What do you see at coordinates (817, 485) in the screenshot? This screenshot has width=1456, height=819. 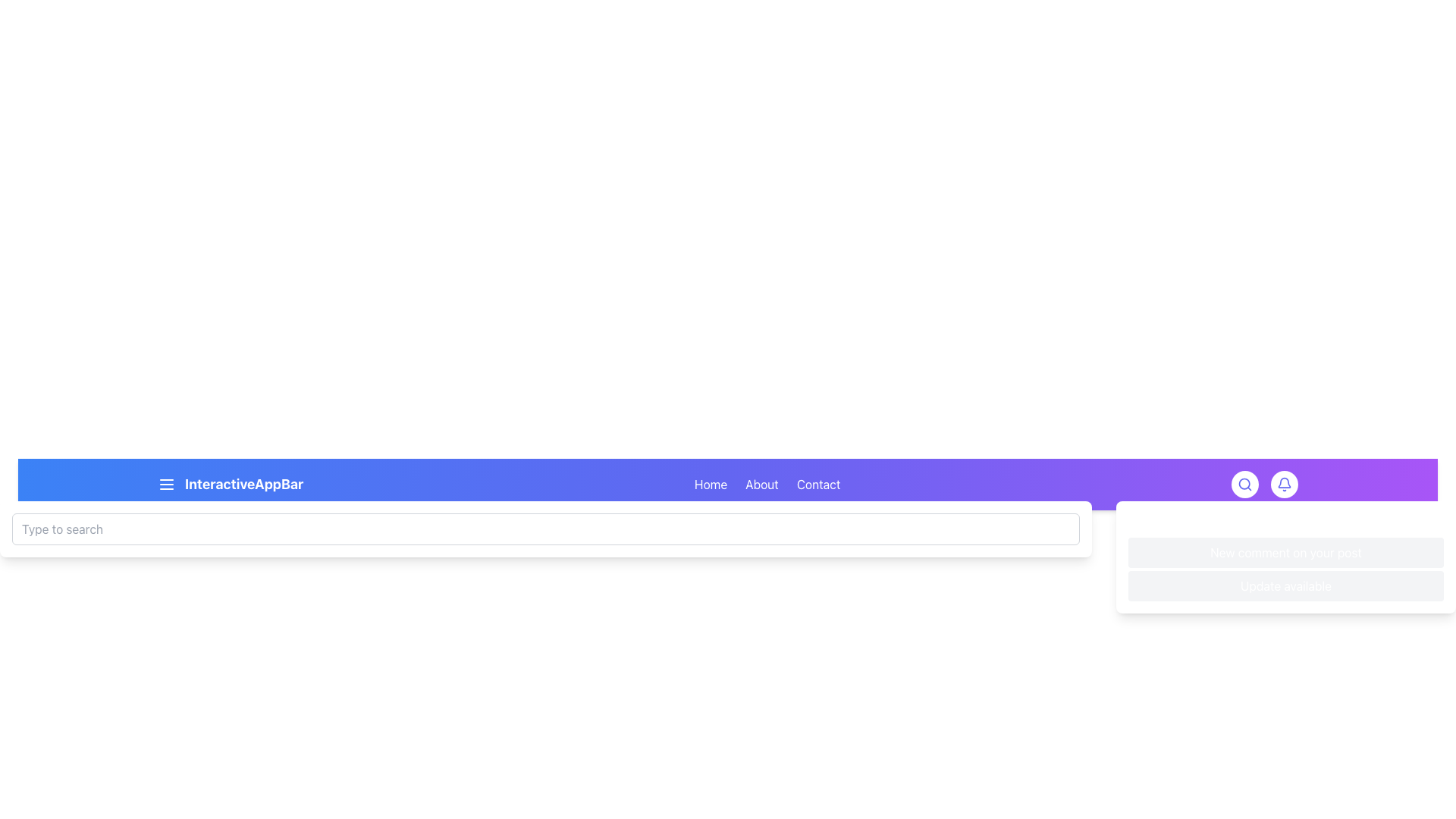 I see `the third navigation link in the top-right section of the interface` at bounding box center [817, 485].